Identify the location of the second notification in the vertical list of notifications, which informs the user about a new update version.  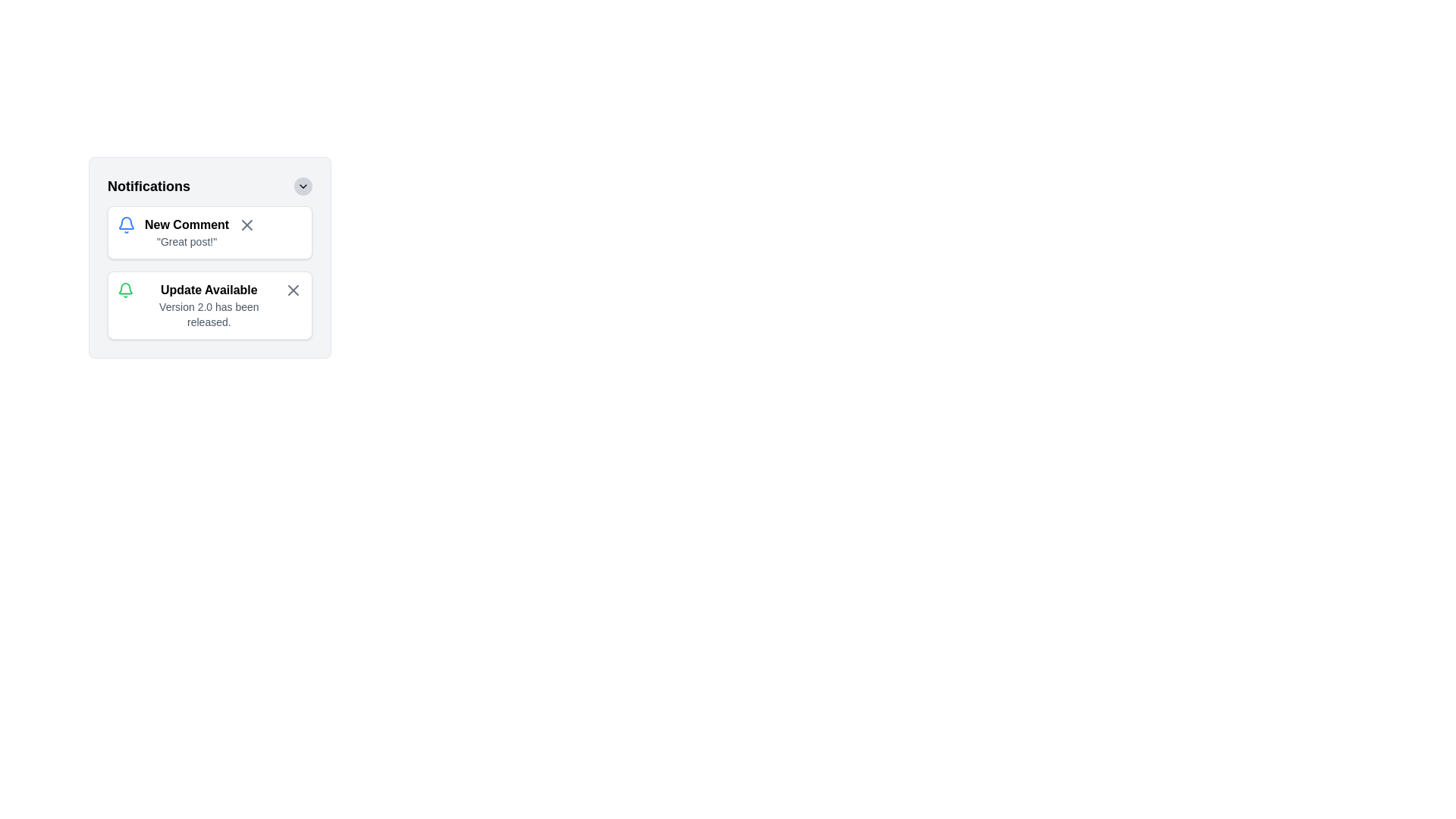
(208, 305).